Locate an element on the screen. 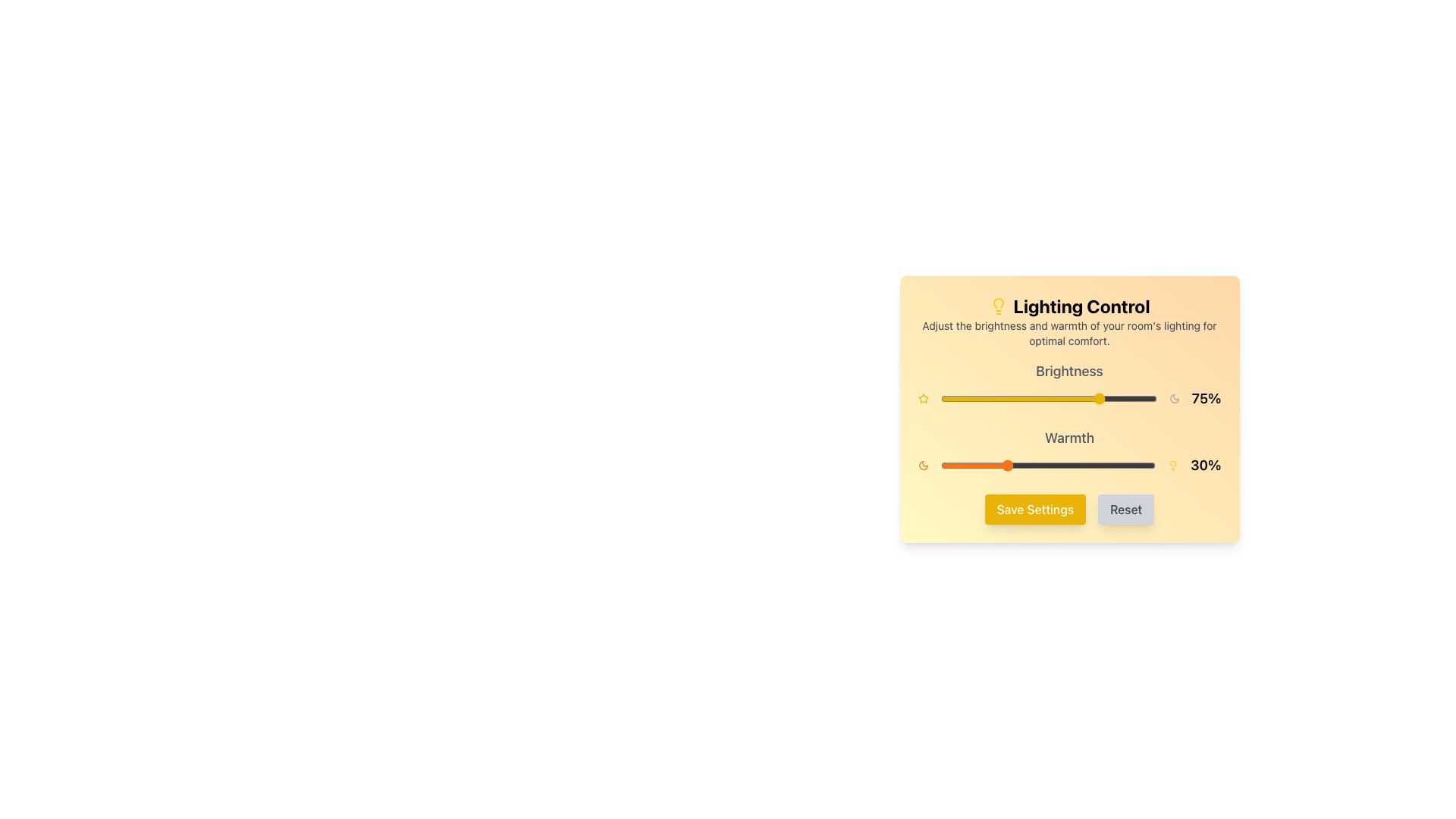 This screenshot has width=1456, height=819. warmth is located at coordinates (1039, 464).